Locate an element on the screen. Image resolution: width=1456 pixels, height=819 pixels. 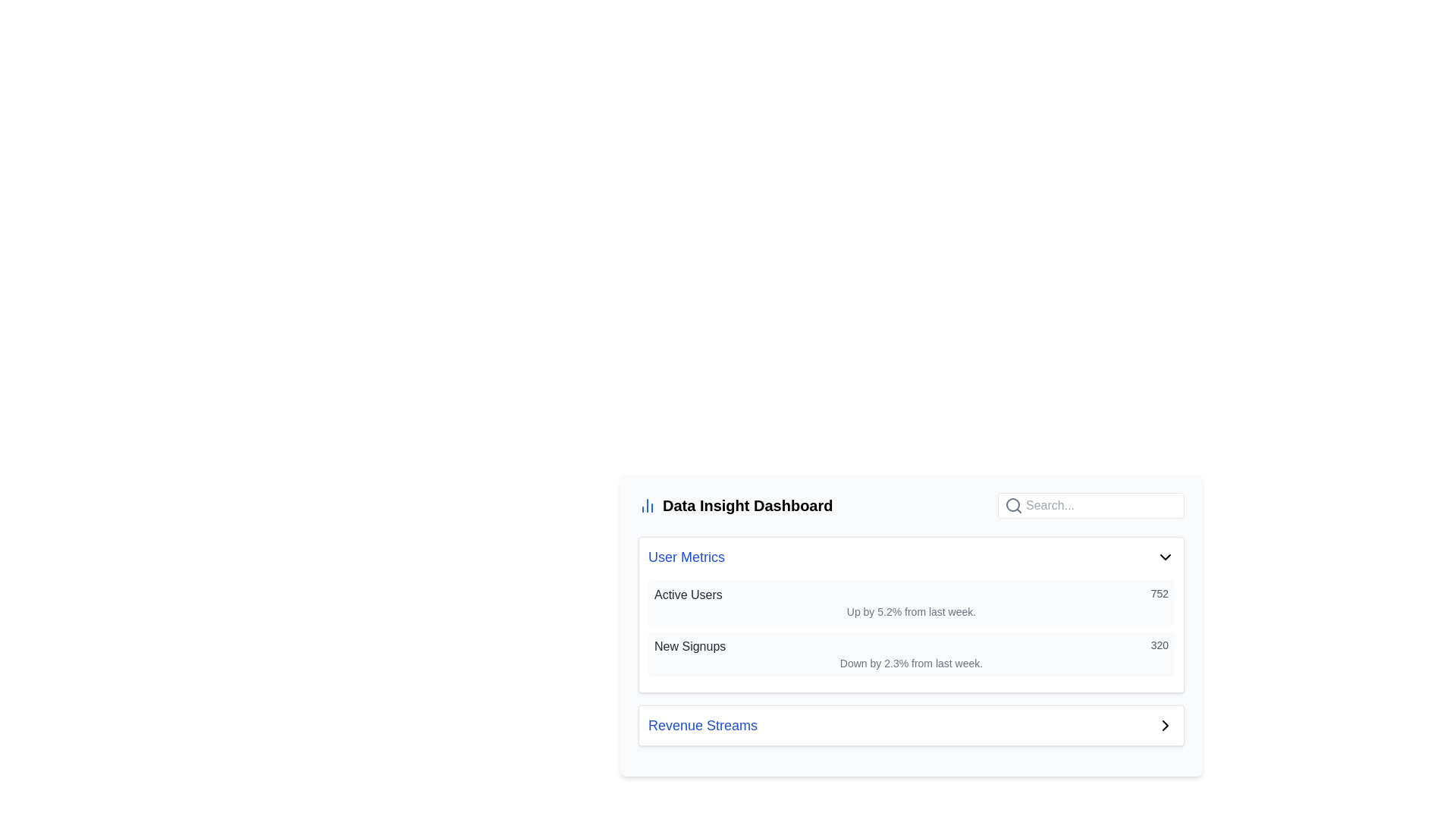
information displayed in the 'New Signups' informational block, which shows a metric of '320' and additional context about a decrease of '2.3% from last week.' is located at coordinates (910, 654).